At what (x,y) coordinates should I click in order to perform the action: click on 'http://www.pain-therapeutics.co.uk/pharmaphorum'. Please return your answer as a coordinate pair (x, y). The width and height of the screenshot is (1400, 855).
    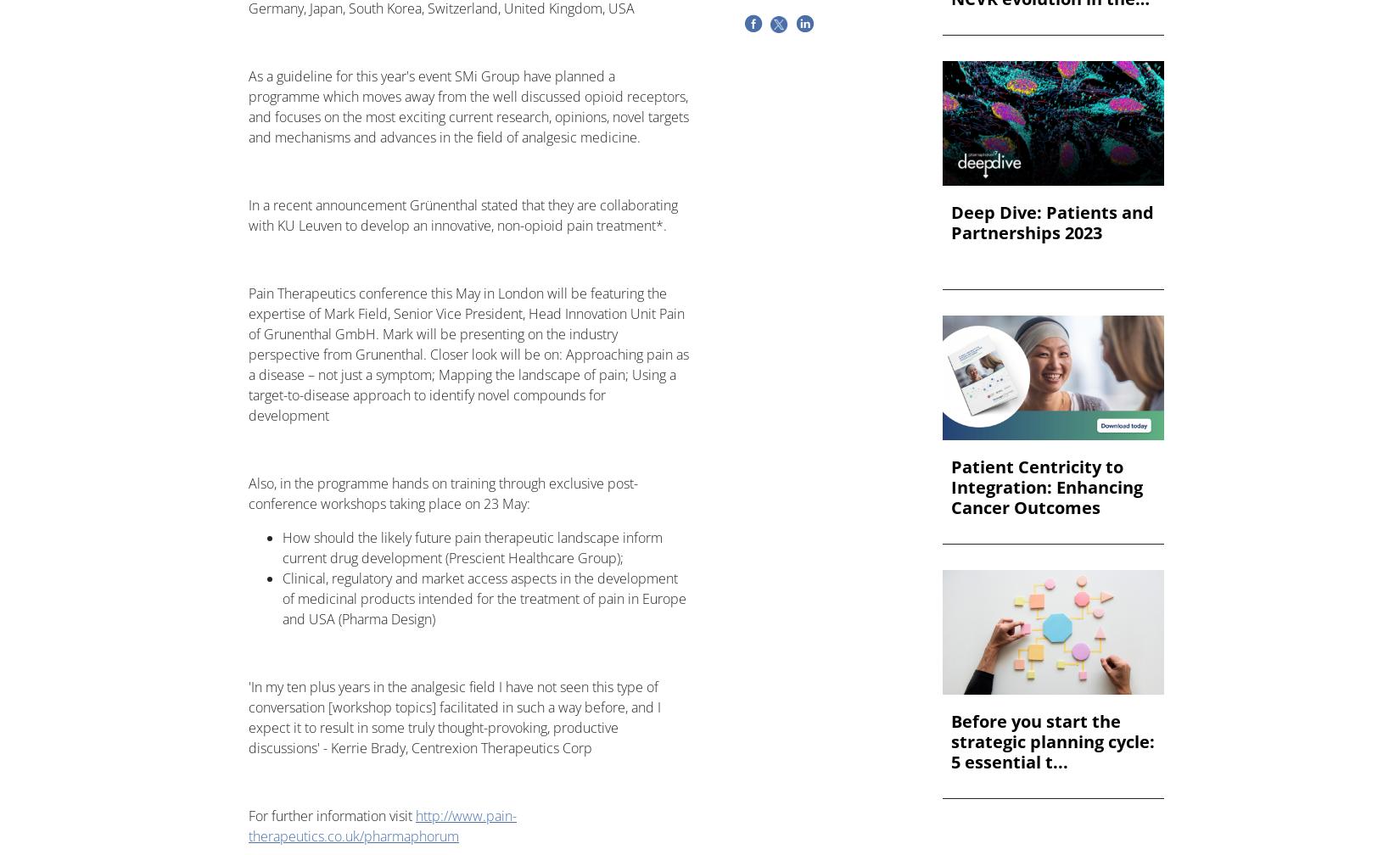
    Looking at the image, I should click on (249, 826).